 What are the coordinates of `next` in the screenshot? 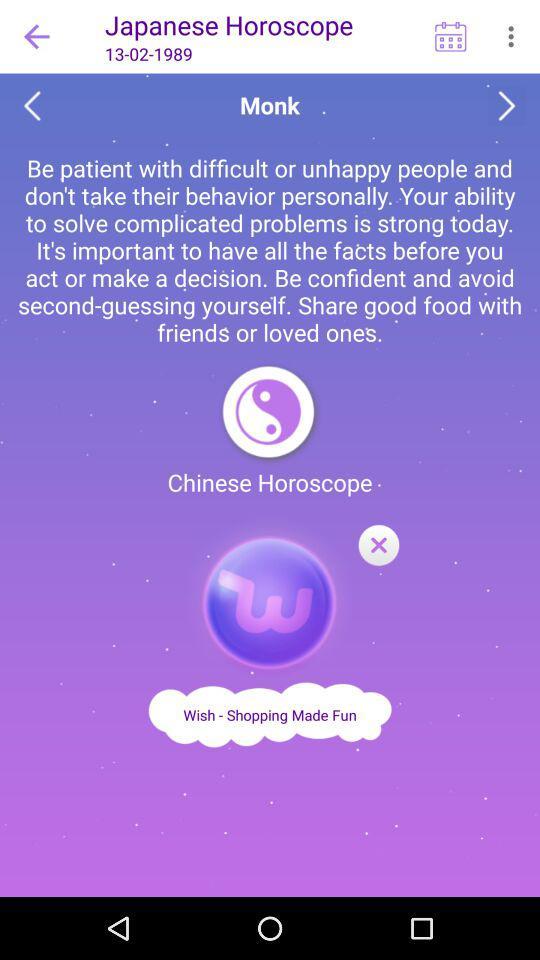 It's located at (507, 106).